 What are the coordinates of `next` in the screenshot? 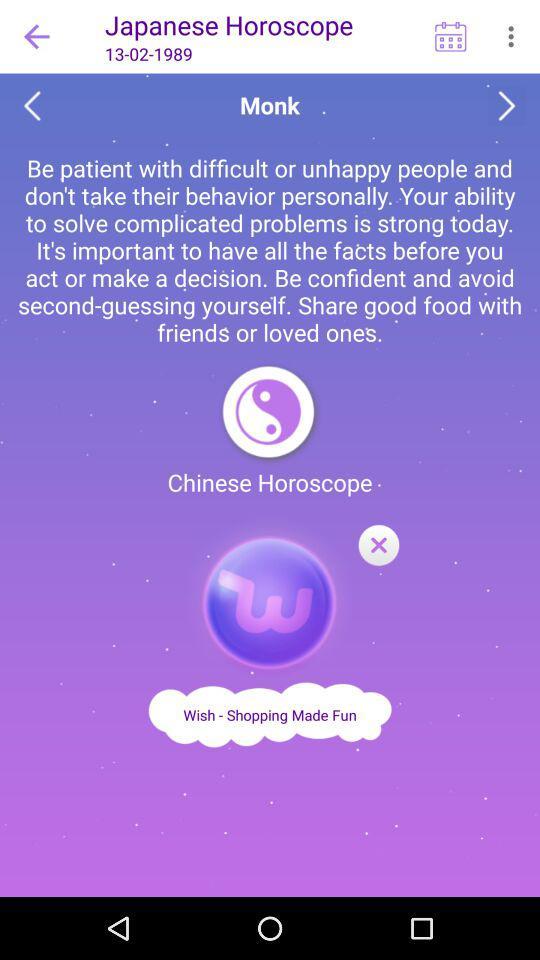 It's located at (507, 106).